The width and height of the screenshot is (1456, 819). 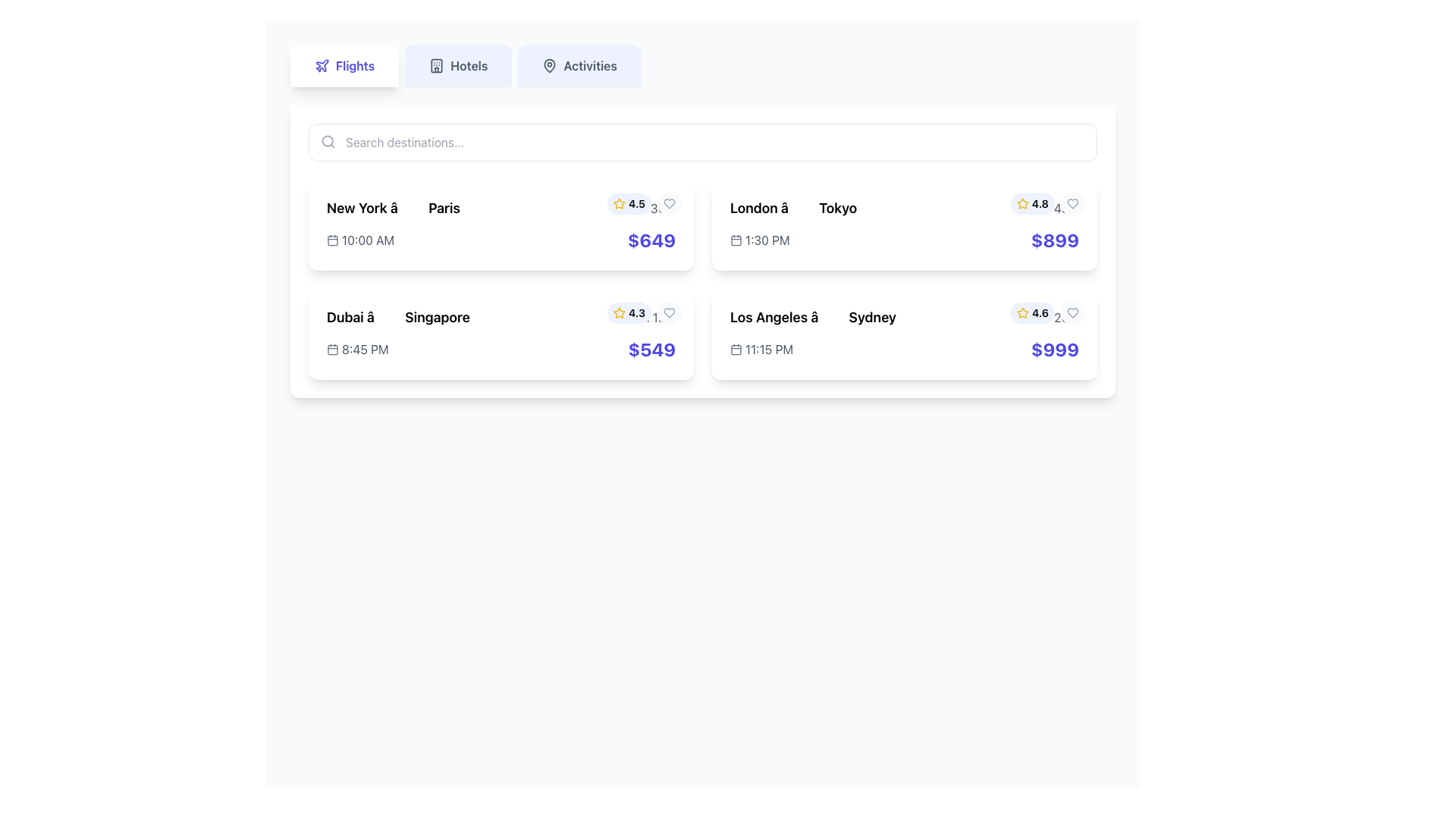 What do you see at coordinates (637, 203) in the screenshot?
I see `the numeric rating label displaying '4.5', which is part of the rating badge next to the yellow star icon` at bounding box center [637, 203].